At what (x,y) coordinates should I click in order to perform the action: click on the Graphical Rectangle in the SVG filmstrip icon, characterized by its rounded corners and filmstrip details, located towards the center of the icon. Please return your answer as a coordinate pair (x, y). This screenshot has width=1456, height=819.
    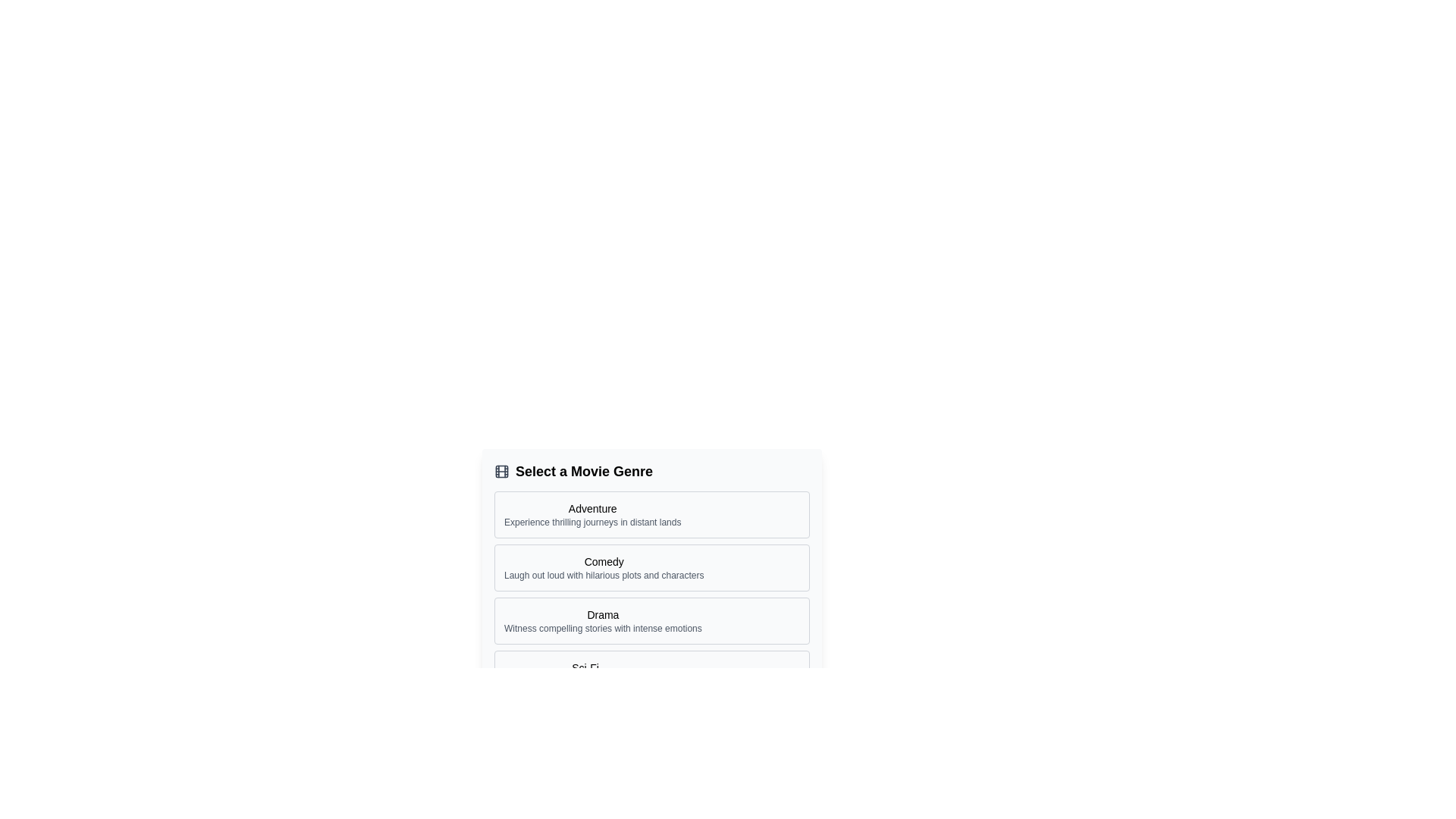
    Looking at the image, I should click on (502, 470).